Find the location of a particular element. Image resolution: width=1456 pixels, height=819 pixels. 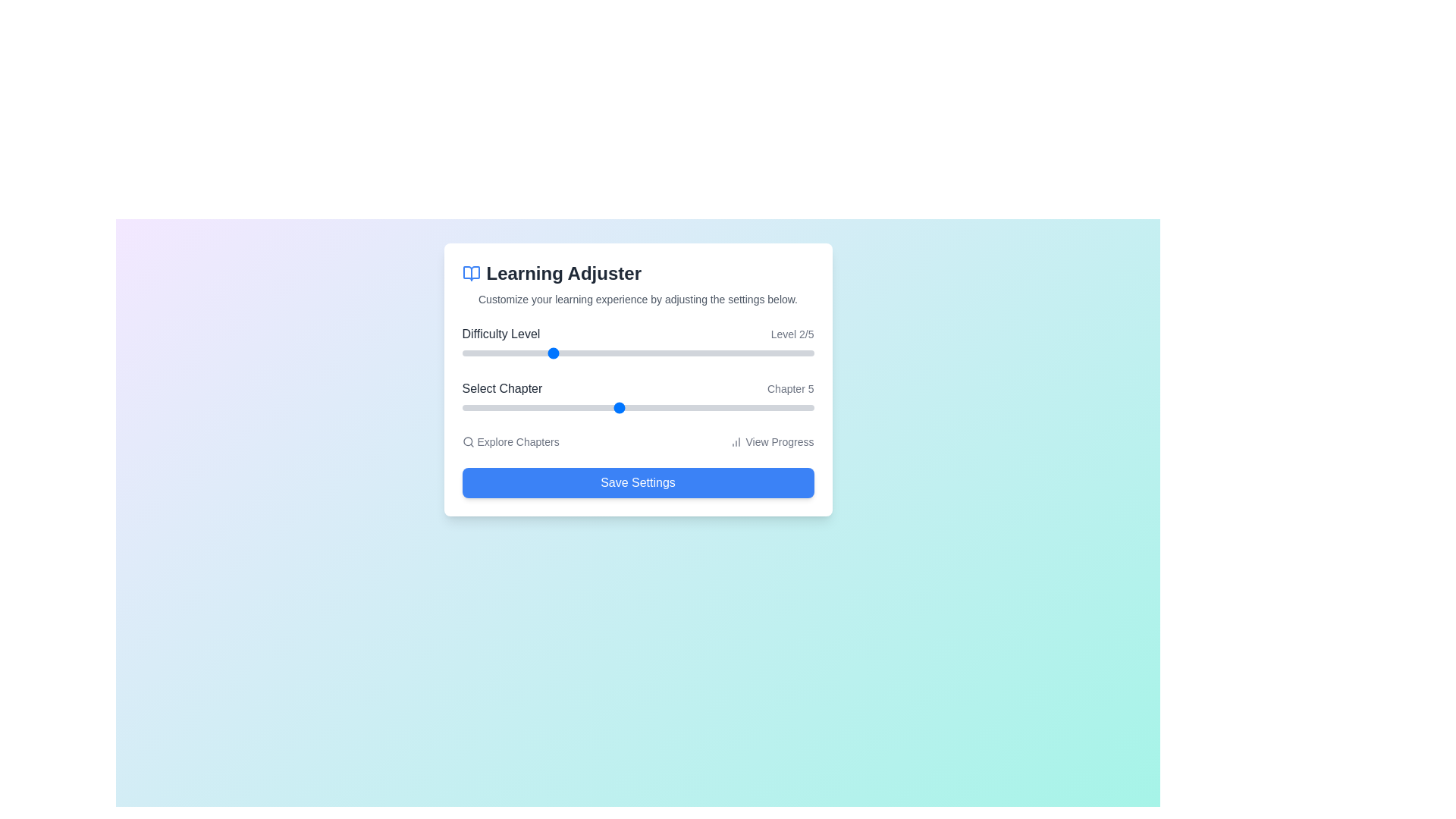

the chapter is located at coordinates (618, 406).